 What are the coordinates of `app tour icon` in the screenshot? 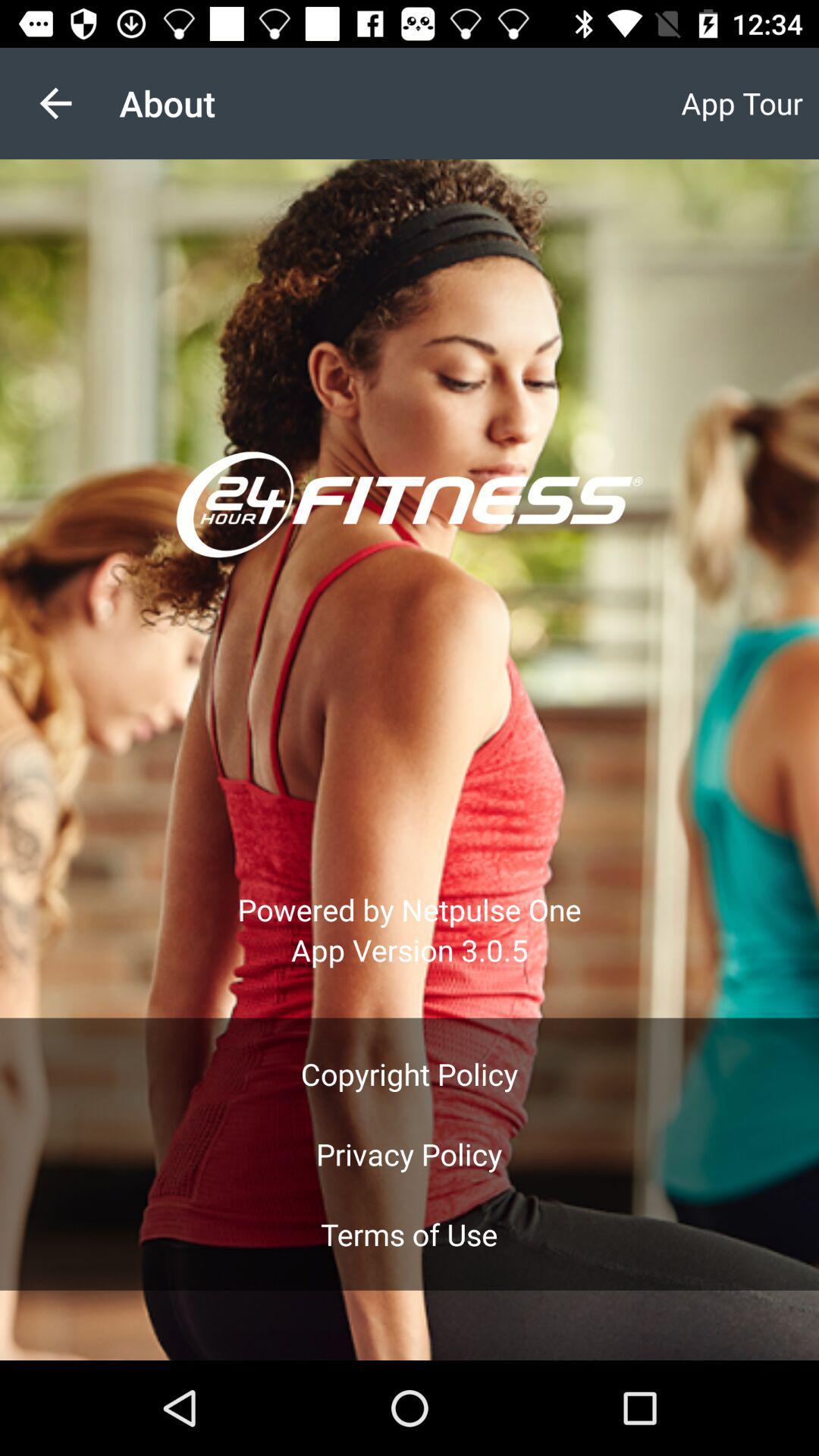 It's located at (741, 102).